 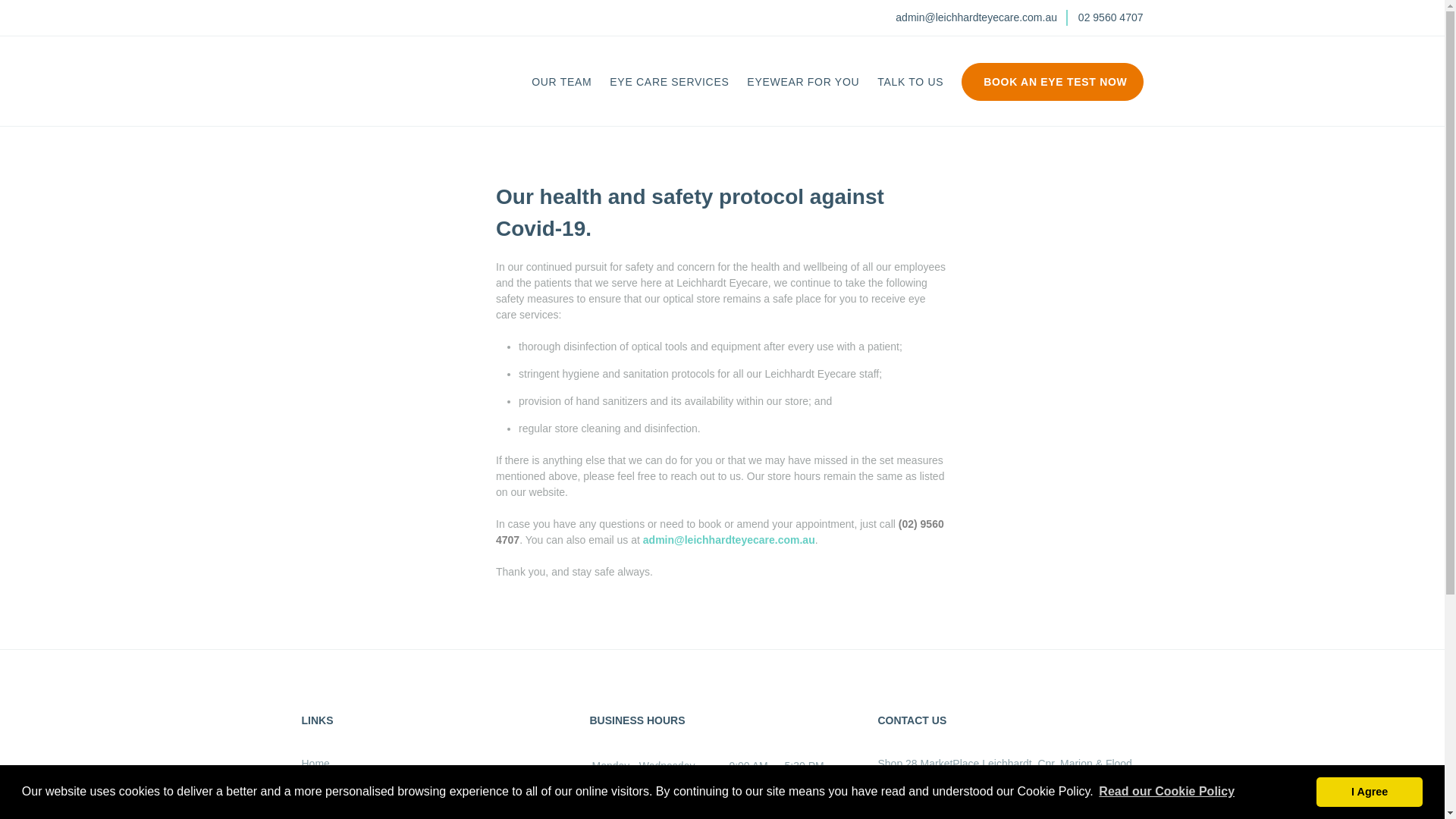 What do you see at coordinates (315, 763) in the screenshot?
I see `'Home'` at bounding box center [315, 763].